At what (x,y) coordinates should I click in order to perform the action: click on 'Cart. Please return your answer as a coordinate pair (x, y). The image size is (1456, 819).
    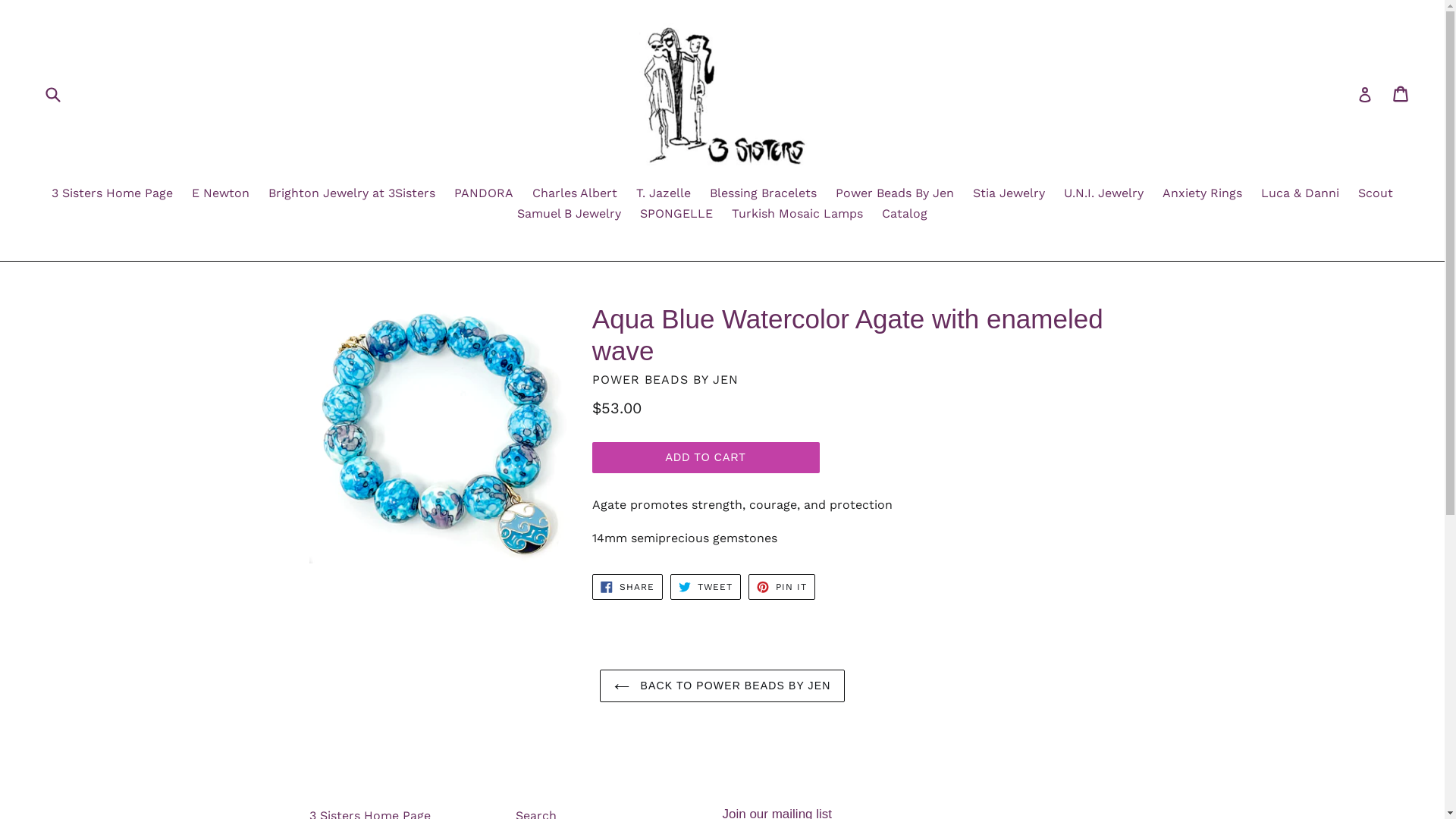
    Looking at the image, I should click on (1401, 93).